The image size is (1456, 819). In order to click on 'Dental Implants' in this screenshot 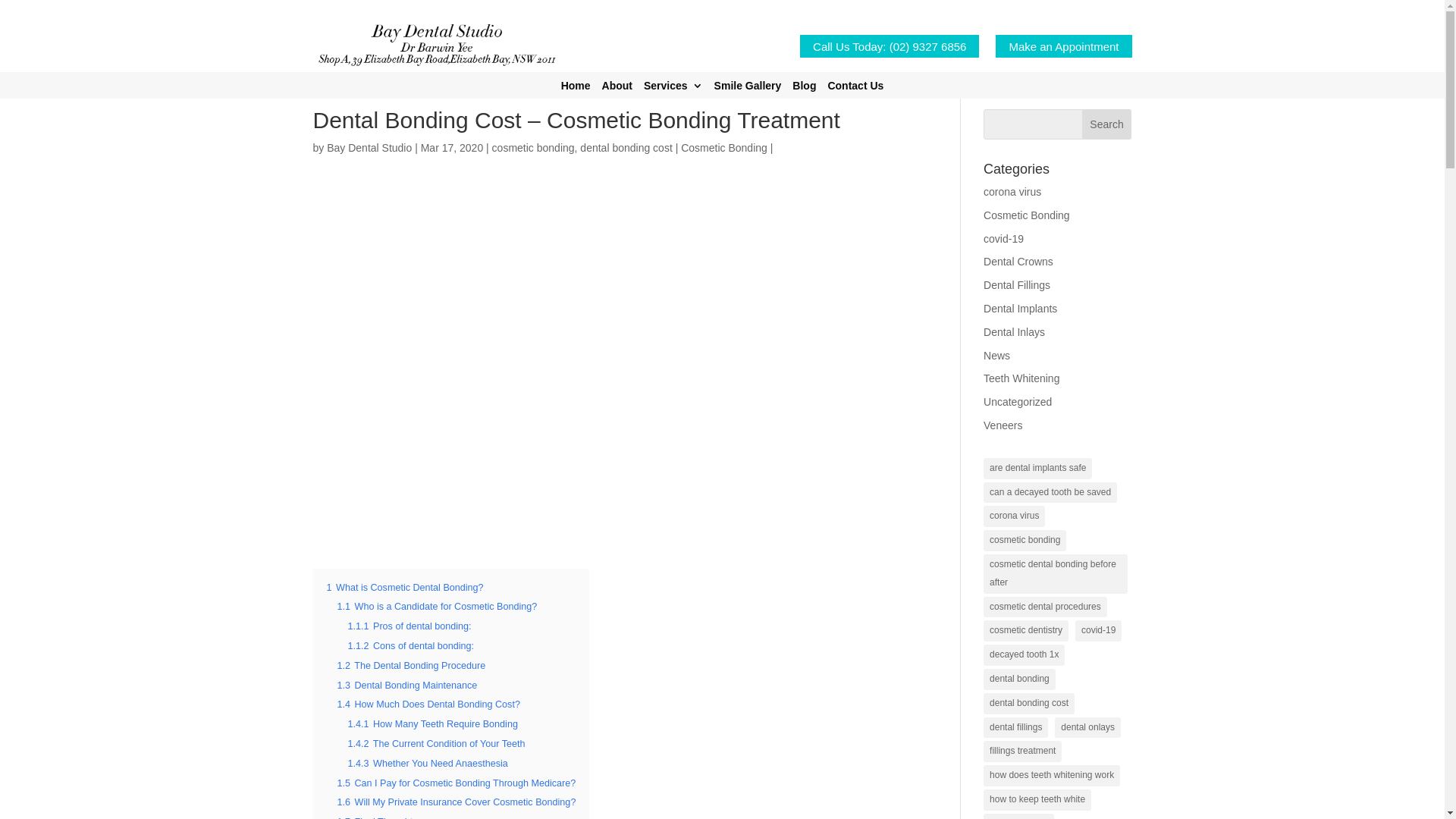, I will do `click(1020, 308)`.